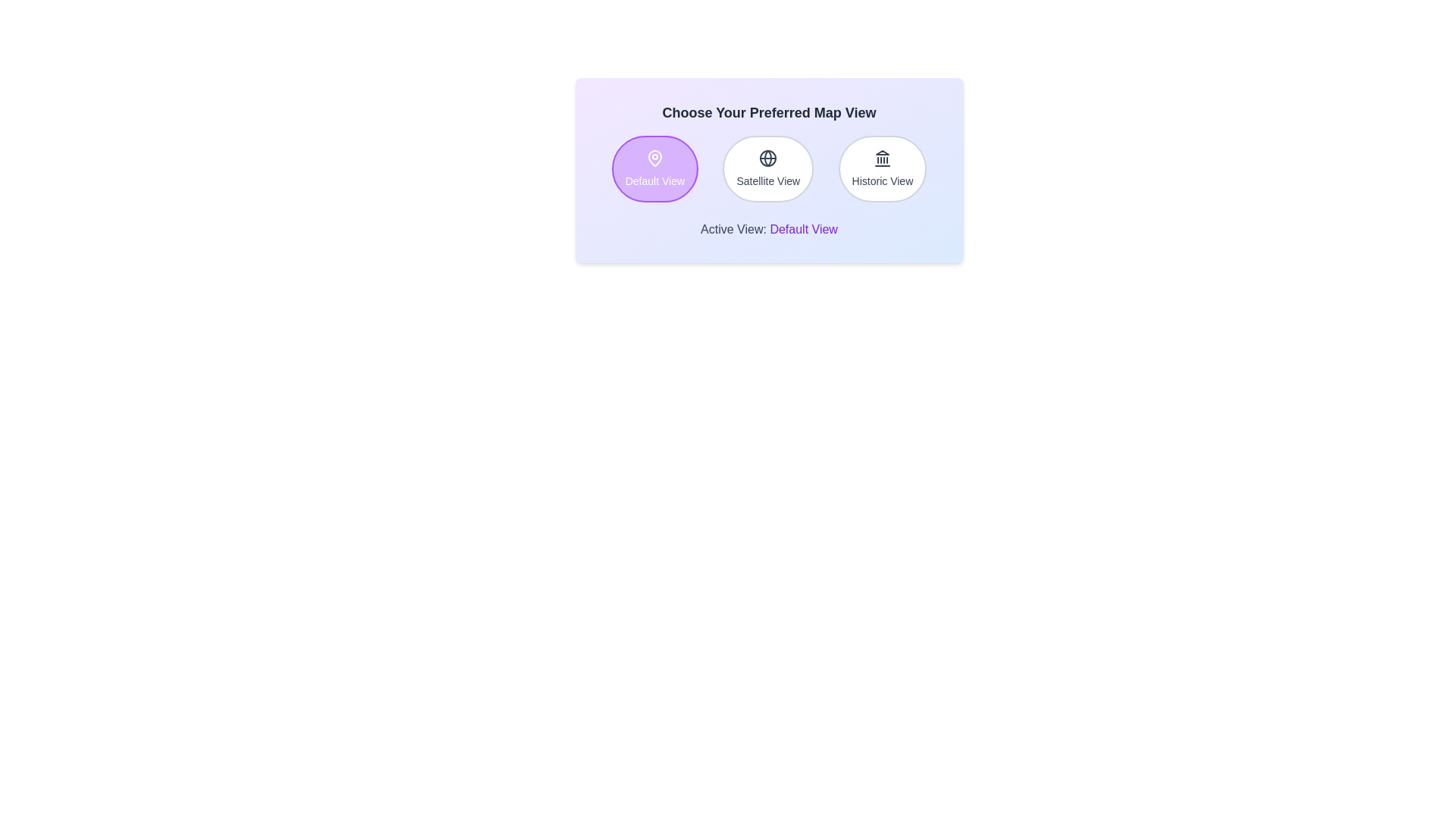  What do you see at coordinates (768, 169) in the screenshot?
I see `the map view to Satellite View` at bounding box center [768, 169].